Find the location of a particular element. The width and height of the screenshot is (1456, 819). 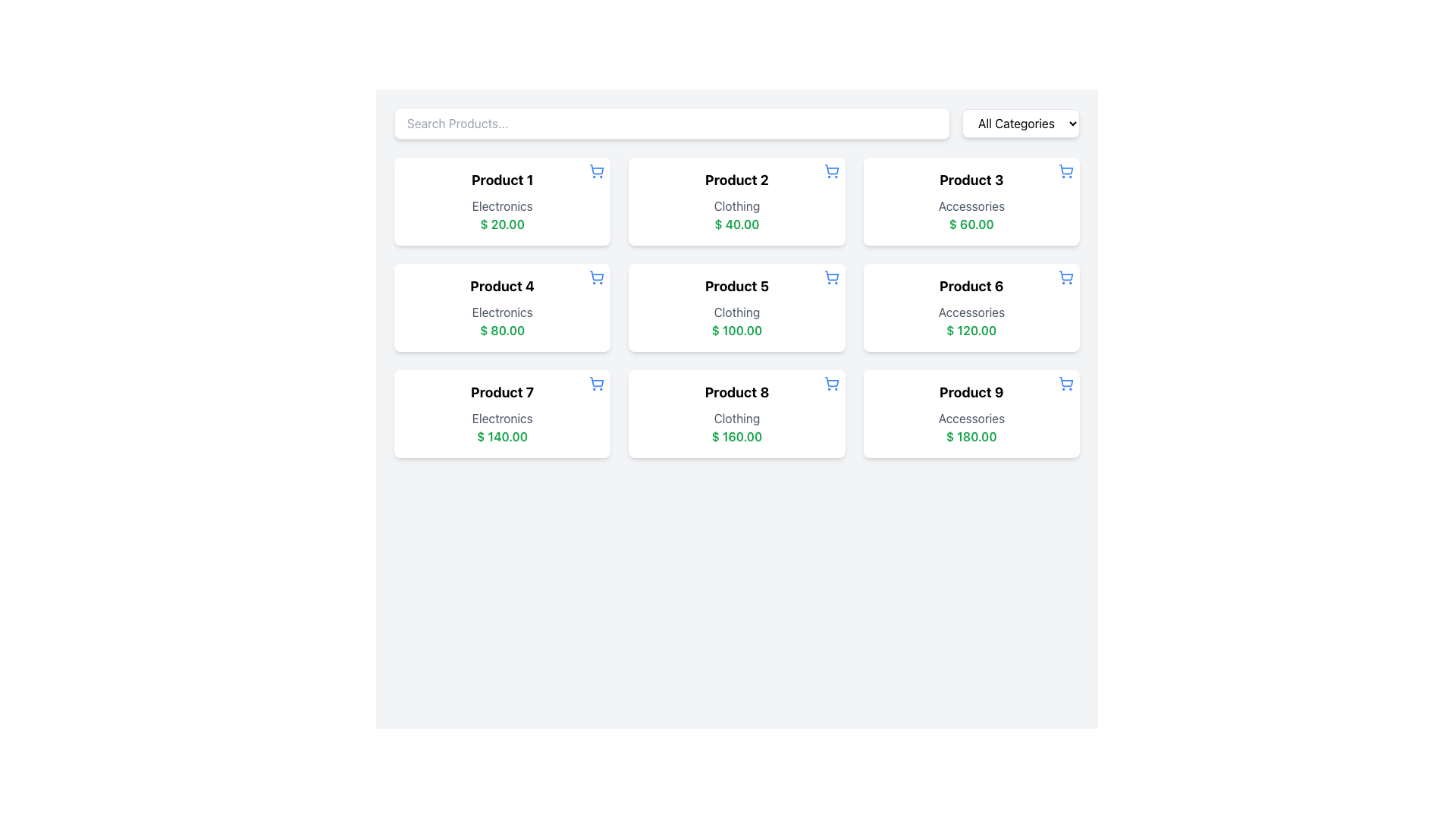

the eighth product card in the 3-column grid layout is located at coordinates (736, 414).